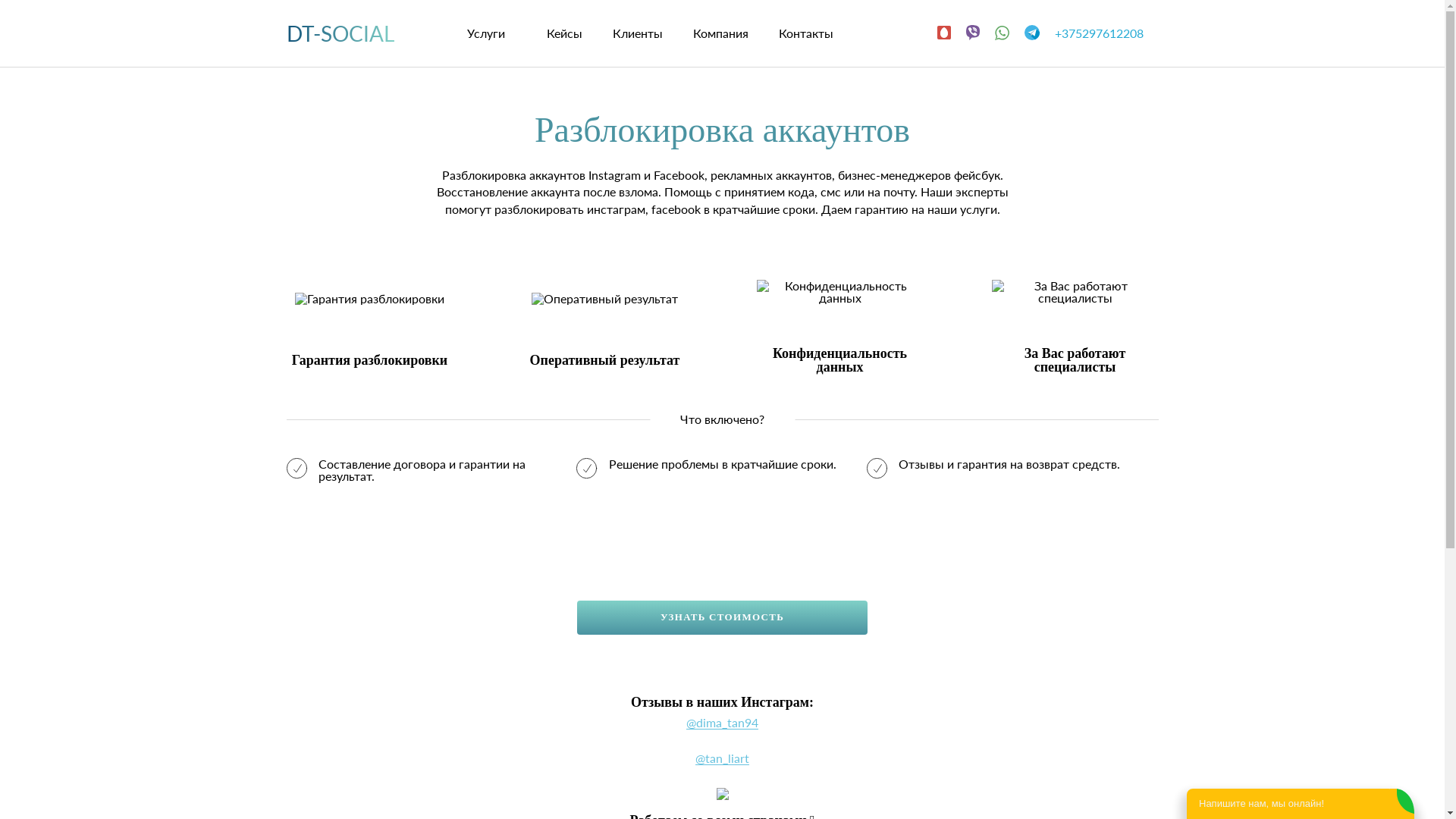 The image size is (1456, 819). I want to click on '@dima_tan94', so click(721, 722).